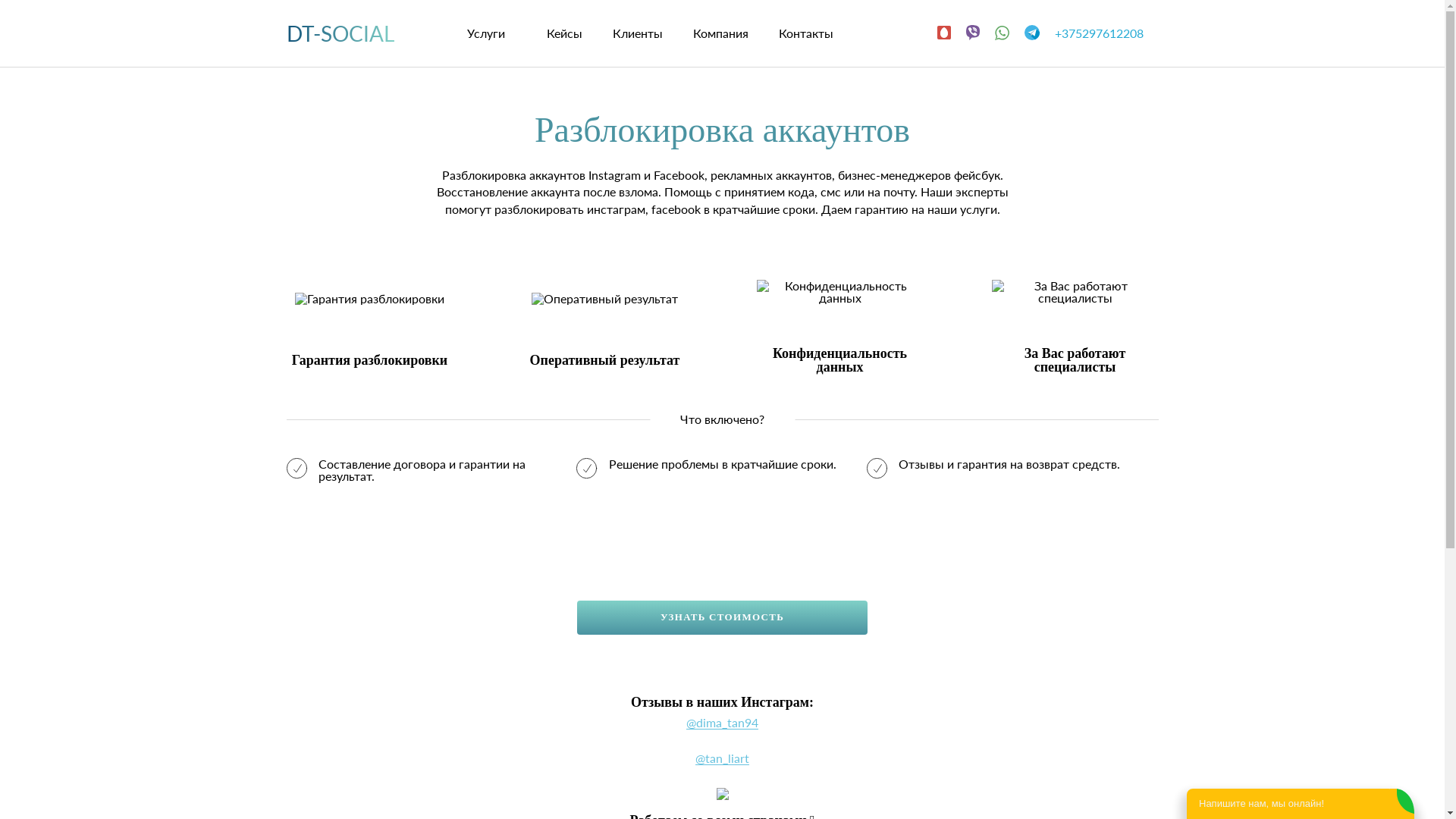 The image size is (1456, 819). I want to click on '@dima_tan94', so click(721, 722).